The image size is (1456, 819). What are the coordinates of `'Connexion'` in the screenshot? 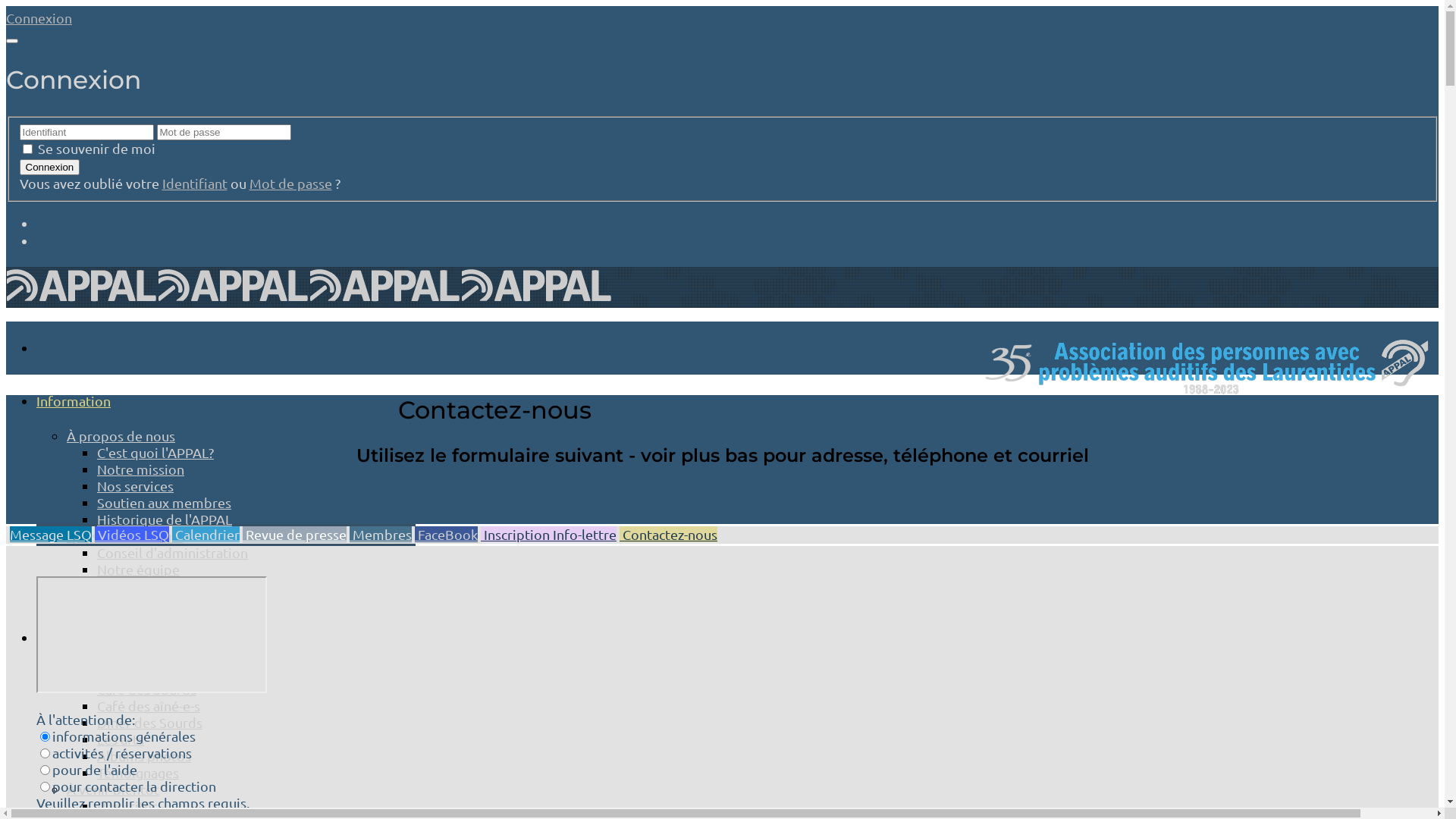 It's located at (50, 167).